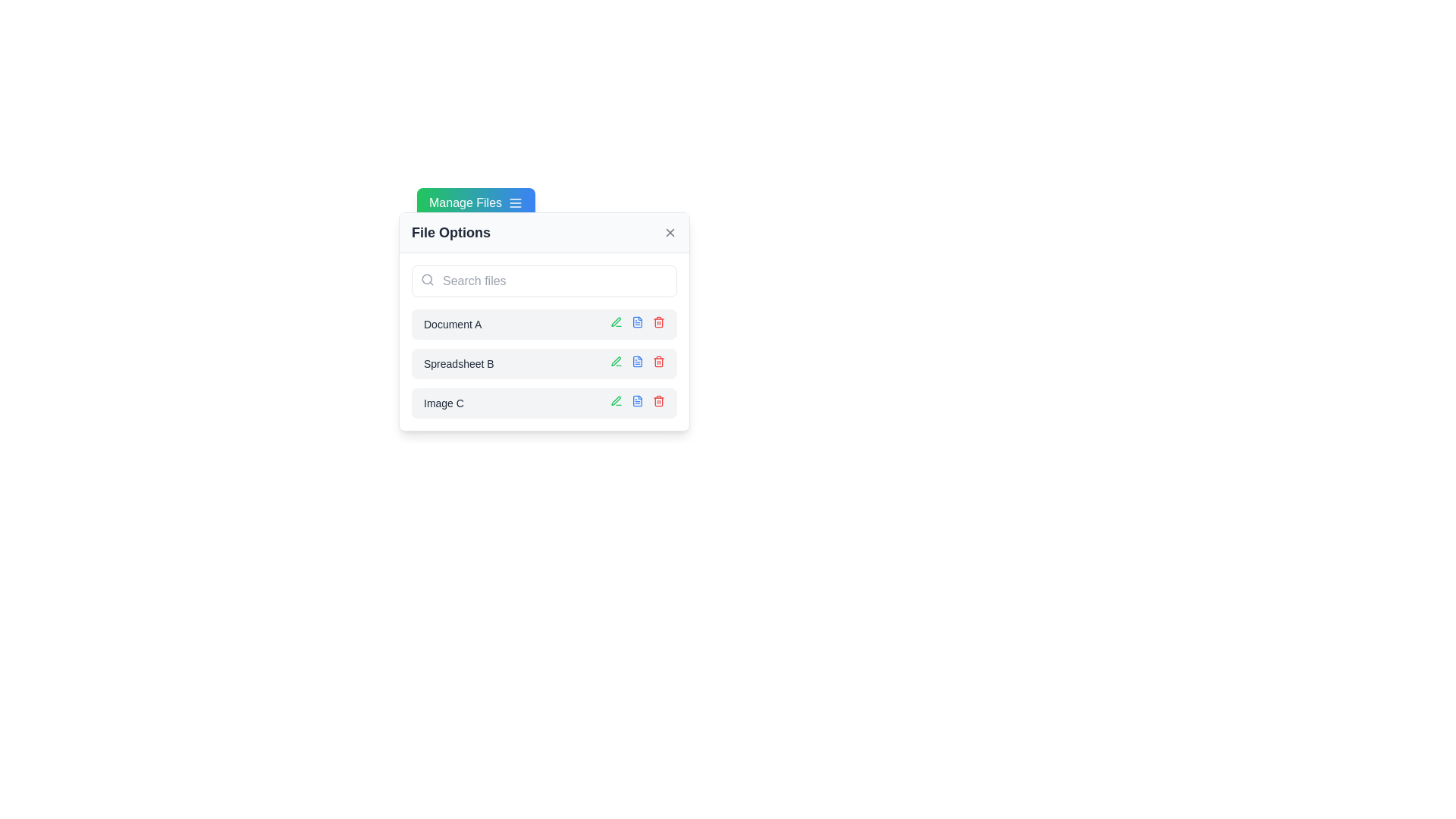 This screenshot has width=1456, height=819. I want to click on the first icon button in the row, which is designed for editing and has a pen-like appearance, so click(616, 362).